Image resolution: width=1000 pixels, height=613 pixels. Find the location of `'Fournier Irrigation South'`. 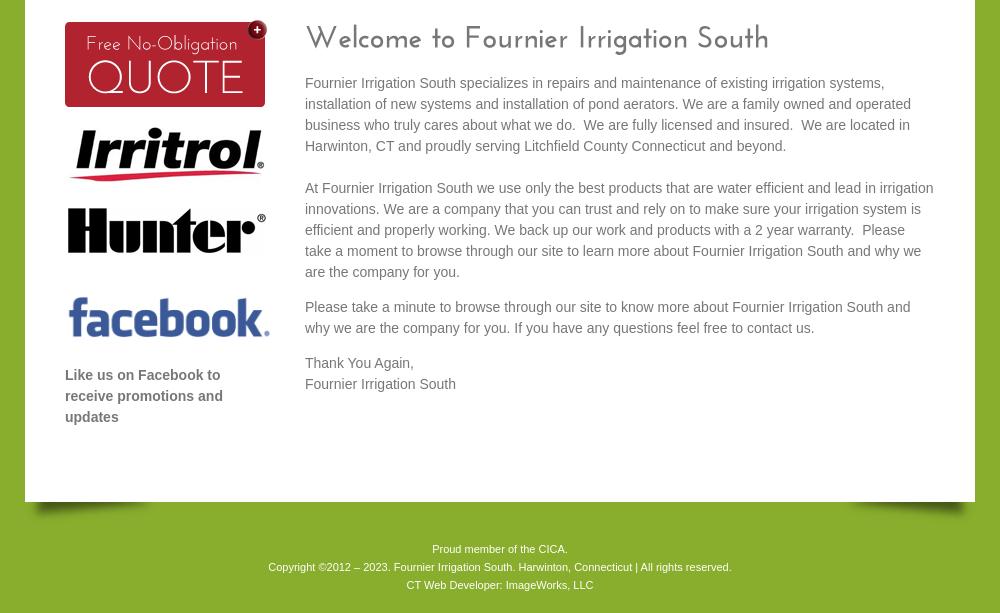

'Fournier Irrigation South' is located at coordinates (380, 382).